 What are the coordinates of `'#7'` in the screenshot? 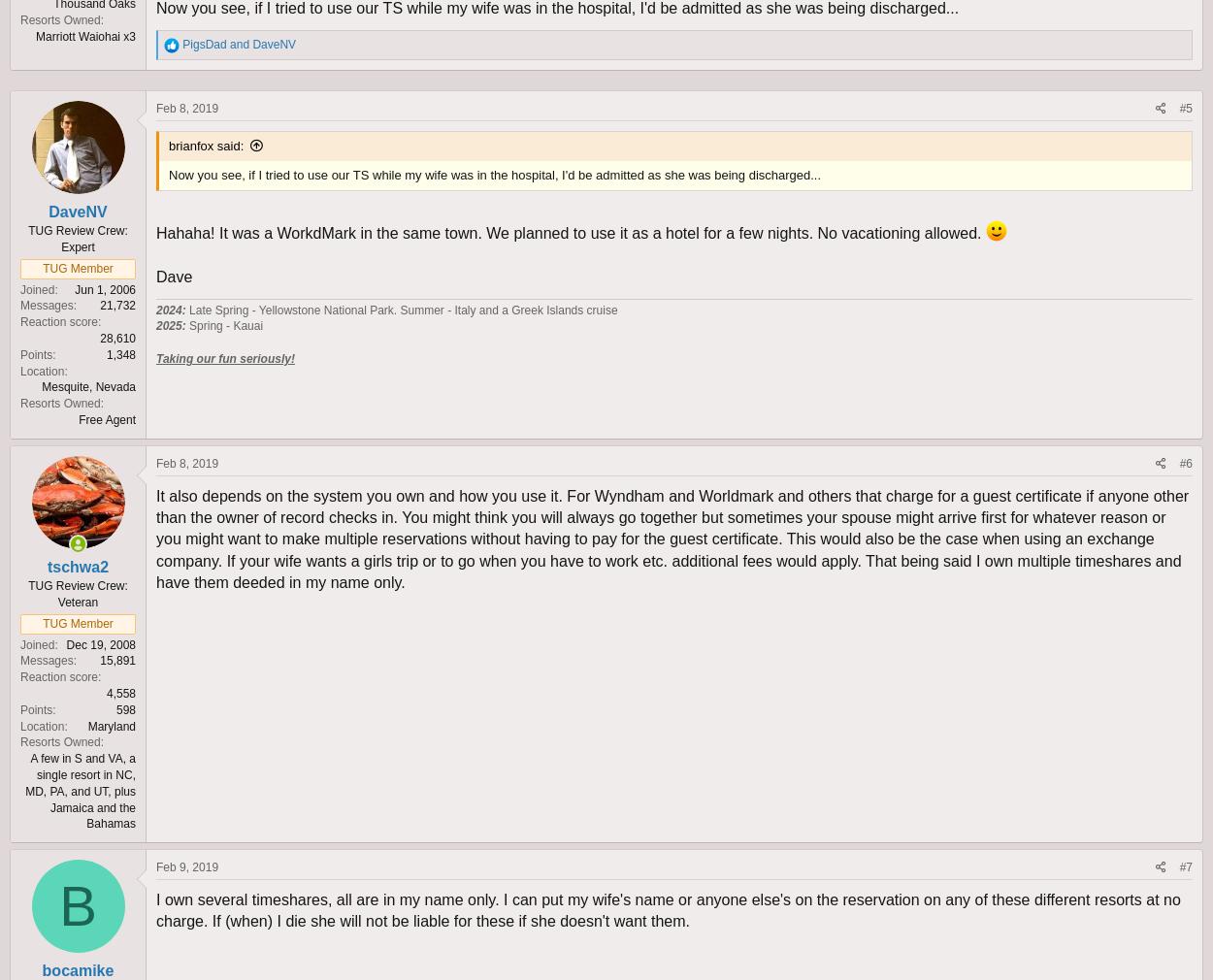 It's located at (1185, 866).